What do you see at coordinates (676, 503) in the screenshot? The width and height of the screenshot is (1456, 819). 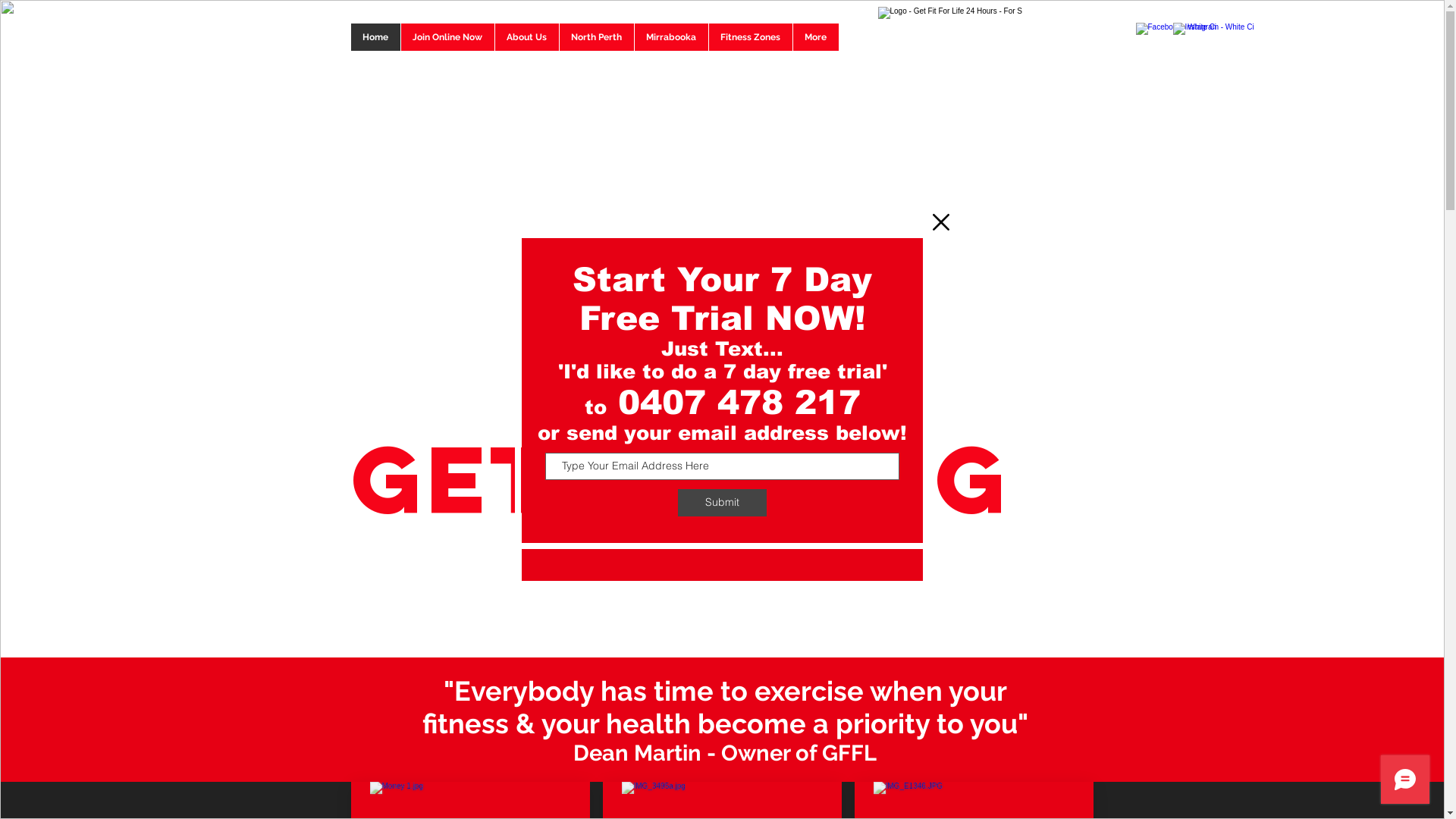 I see `'Submit'` at bounding box center [676, 503].